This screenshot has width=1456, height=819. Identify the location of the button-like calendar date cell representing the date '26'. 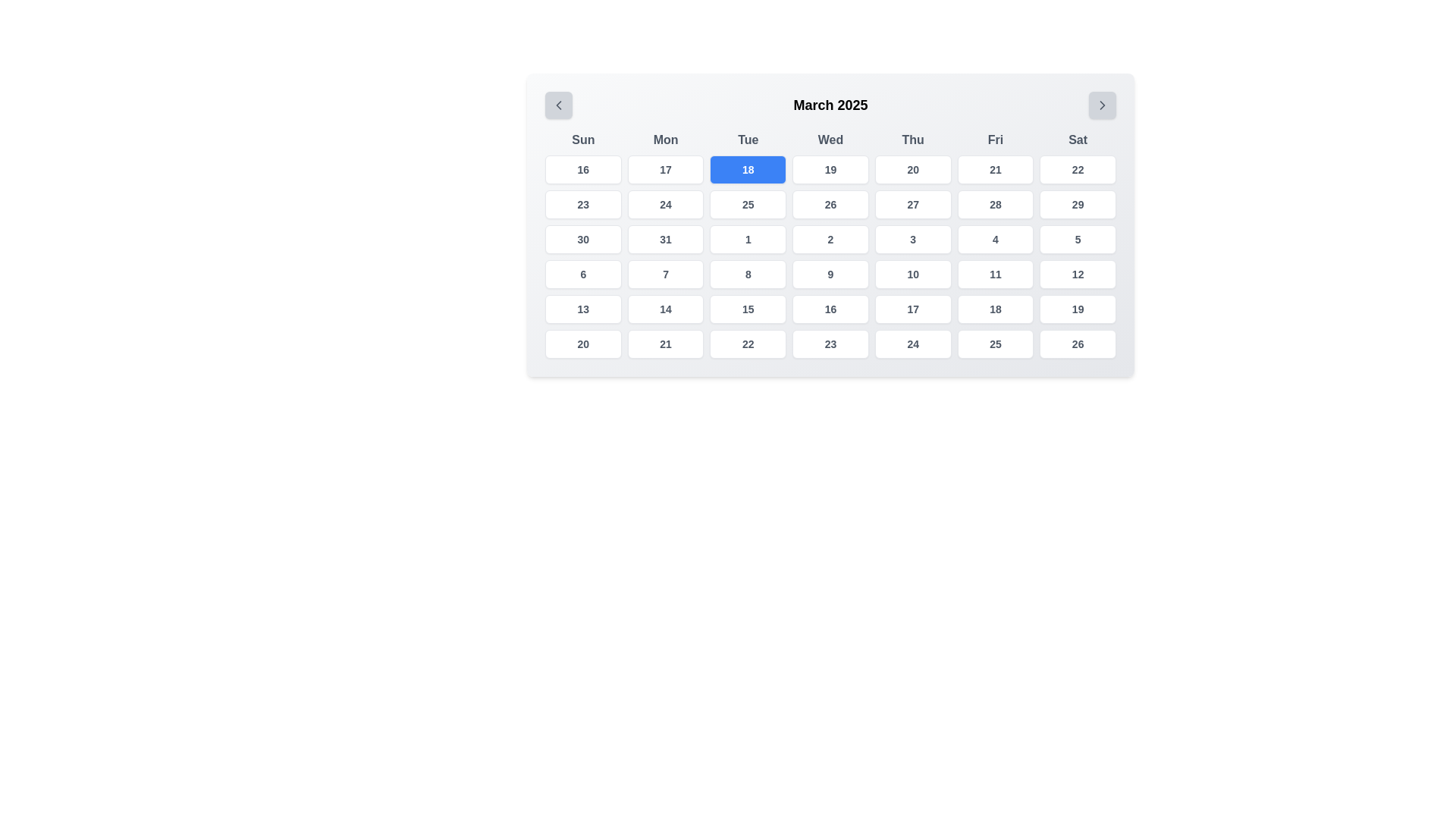
(1077, 344).